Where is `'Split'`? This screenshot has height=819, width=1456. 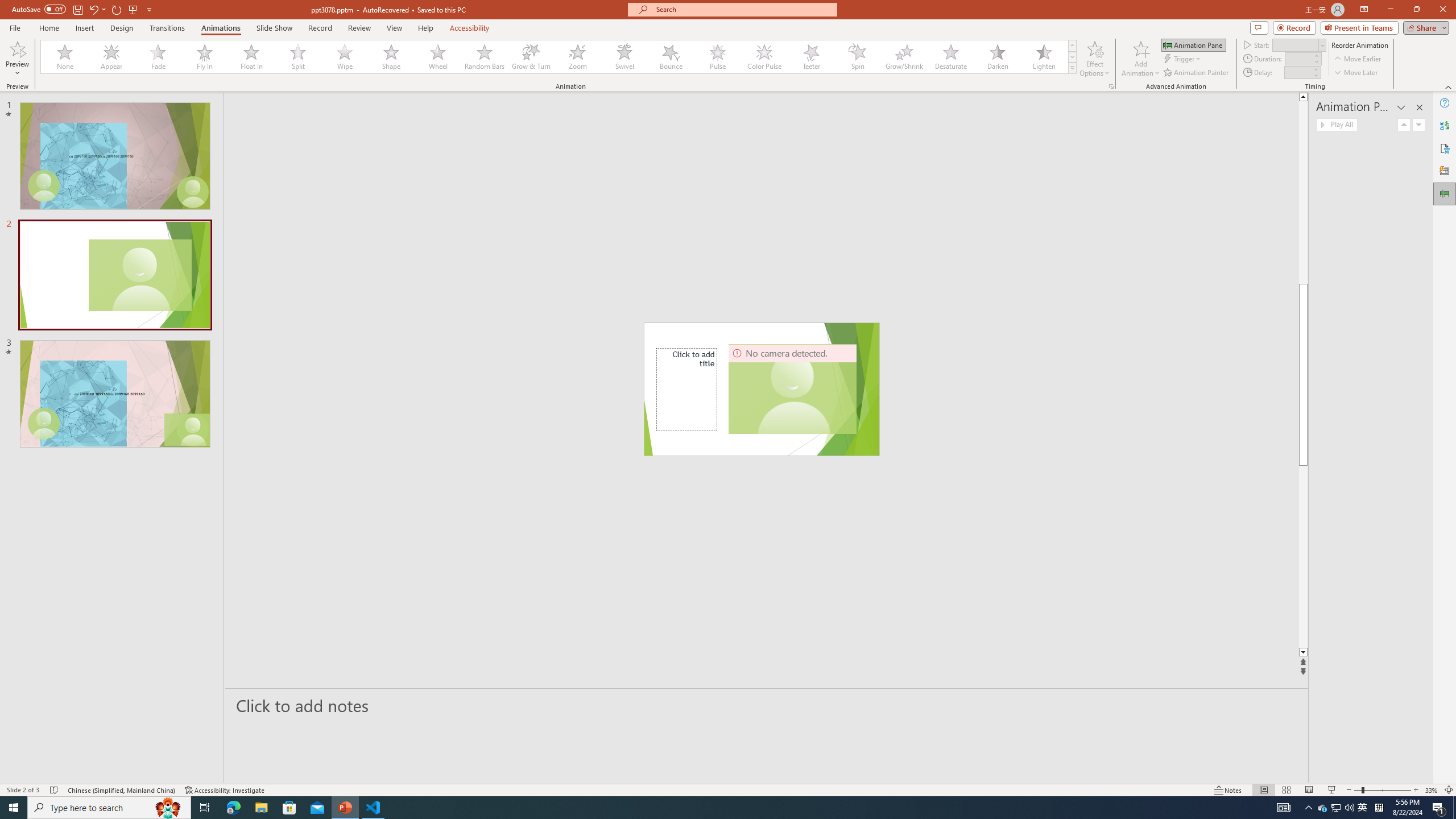 'Split' is located at coordinates (297, 56).